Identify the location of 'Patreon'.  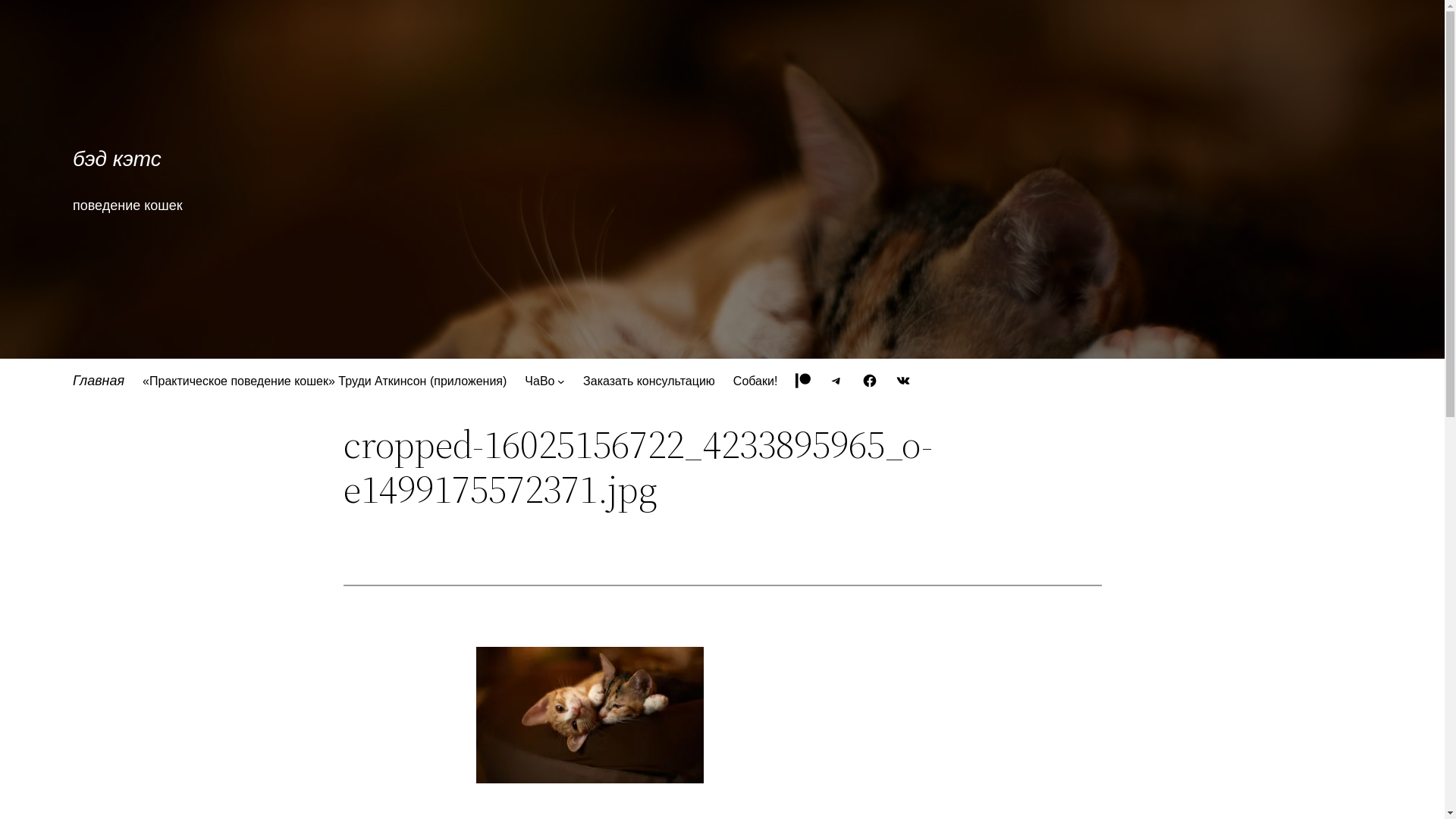
(802, 379).